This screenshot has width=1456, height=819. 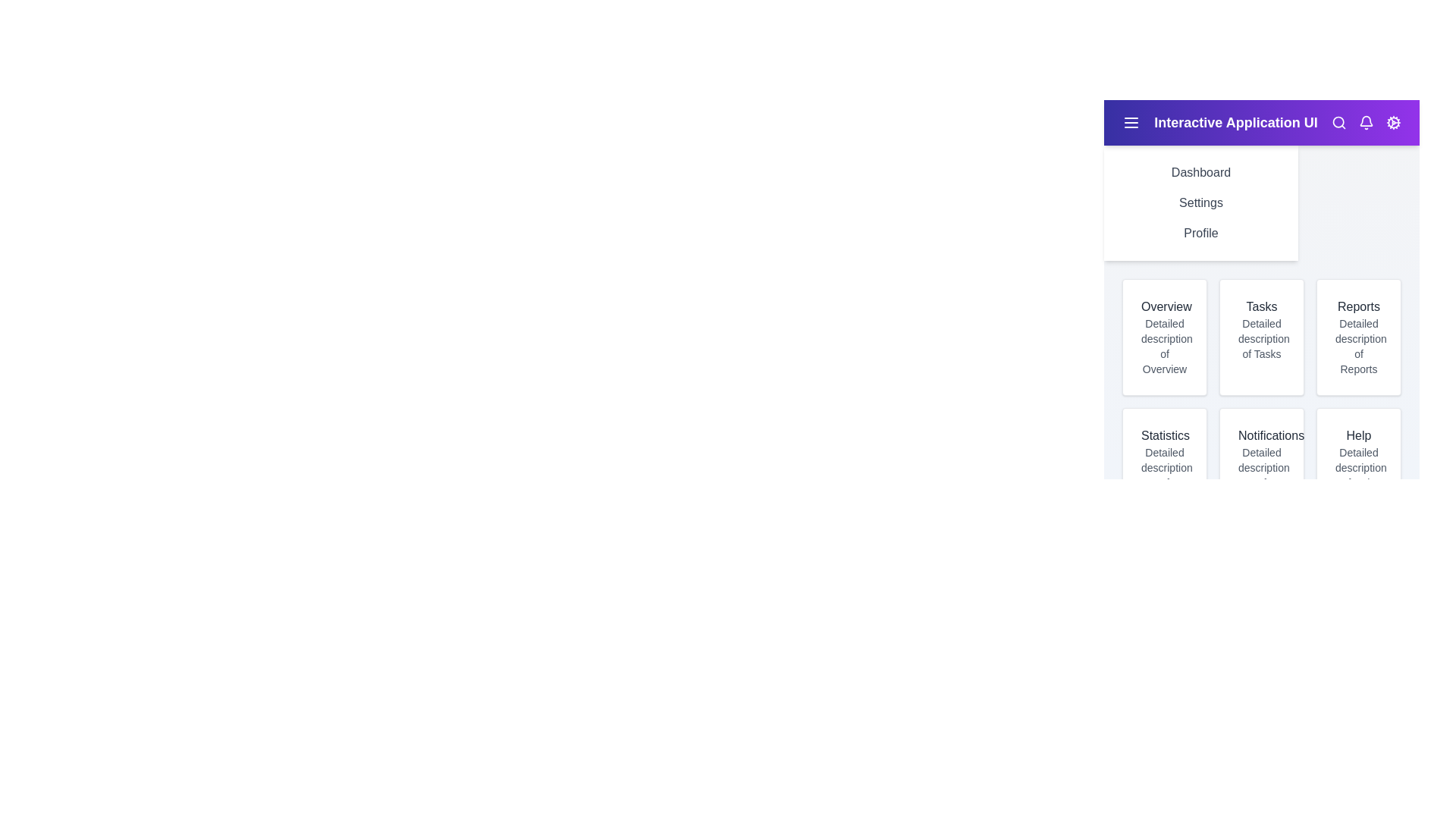 I want to click on the menu icon to toggle the sidebar visibility, so click(x=1131, y=122).